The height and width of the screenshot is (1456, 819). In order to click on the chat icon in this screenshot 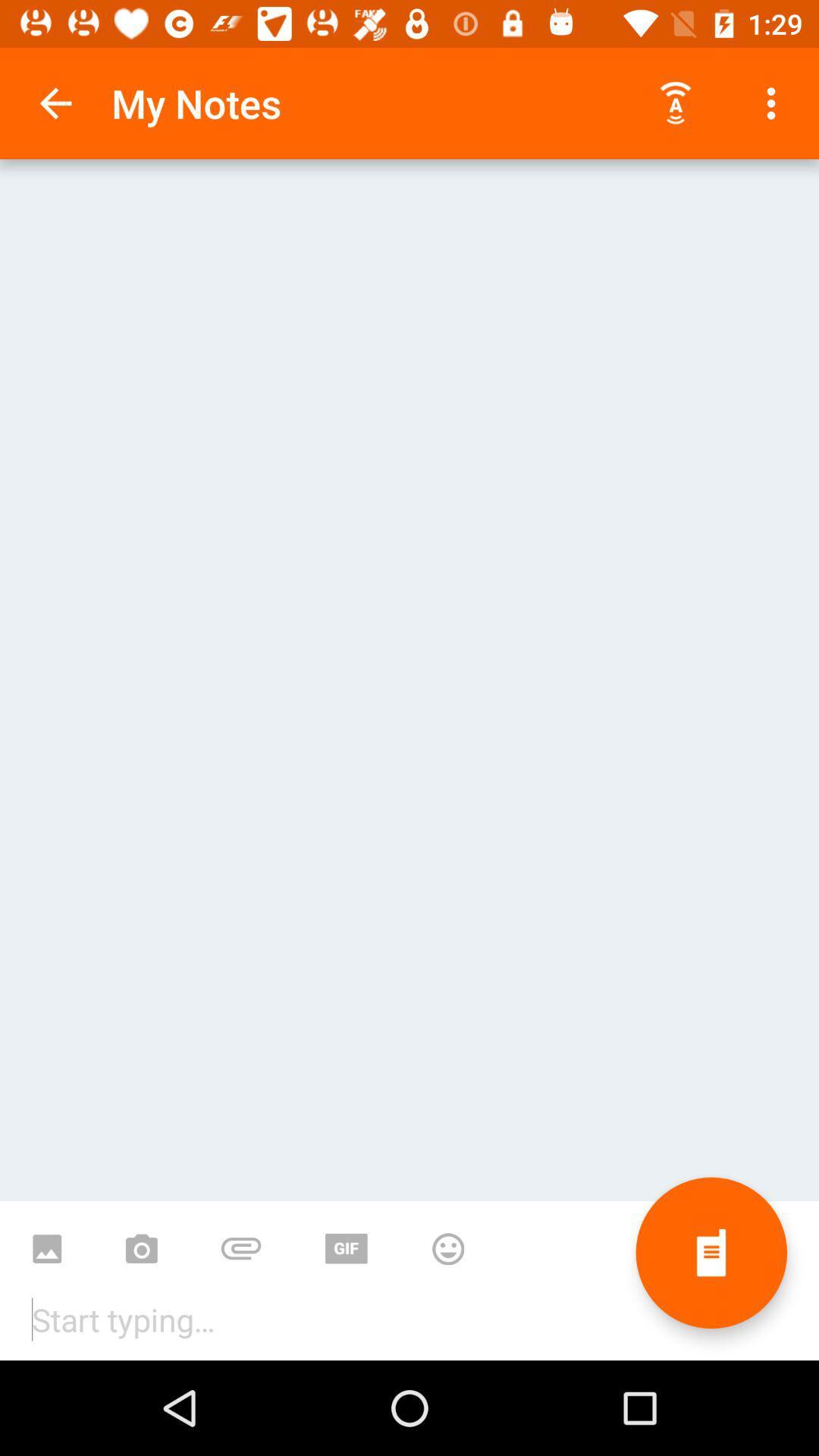, I will do `click(240, 1238)`.